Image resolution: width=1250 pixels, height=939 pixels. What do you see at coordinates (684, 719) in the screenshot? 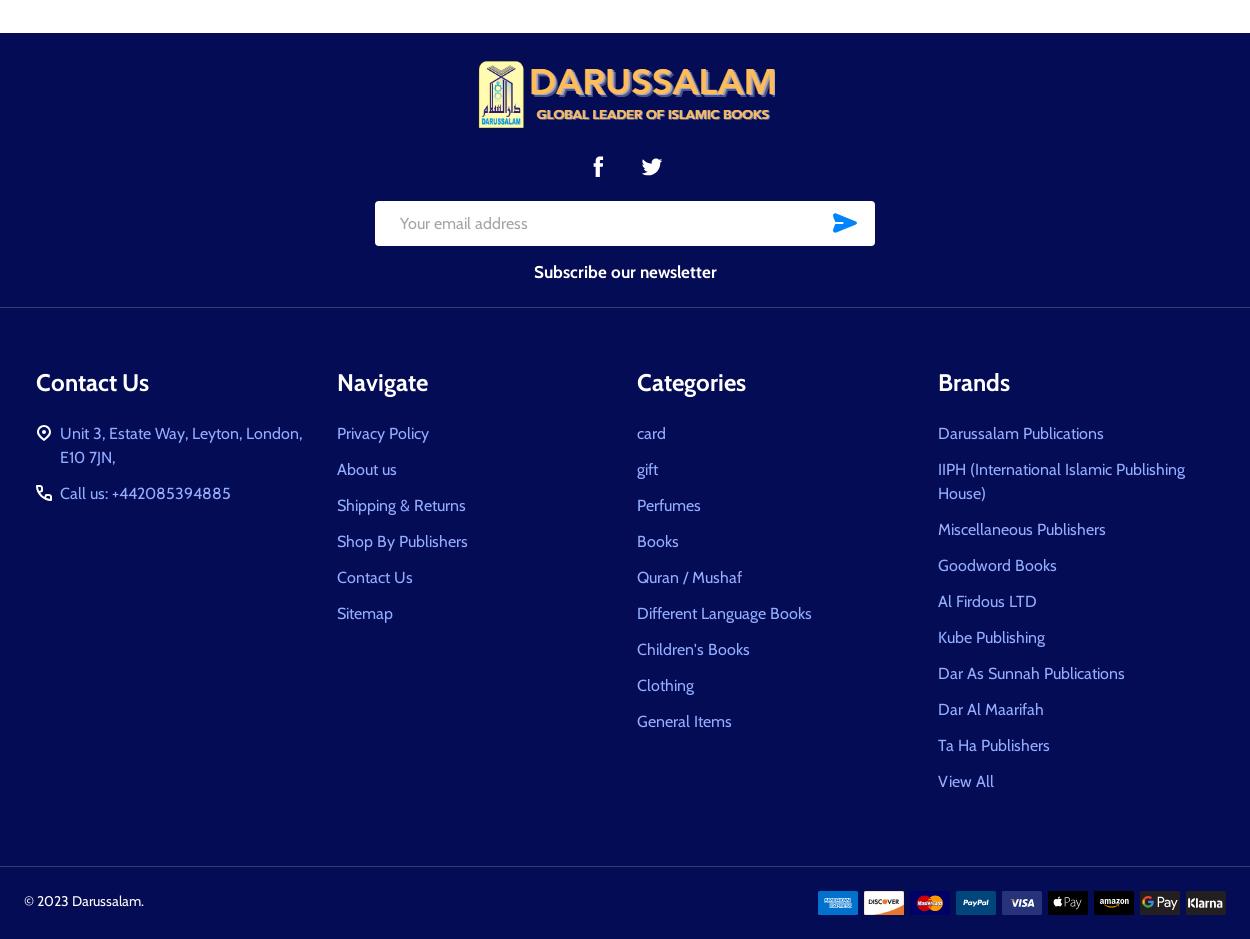
I see `'General Items'` at bounding box center [684, 719].